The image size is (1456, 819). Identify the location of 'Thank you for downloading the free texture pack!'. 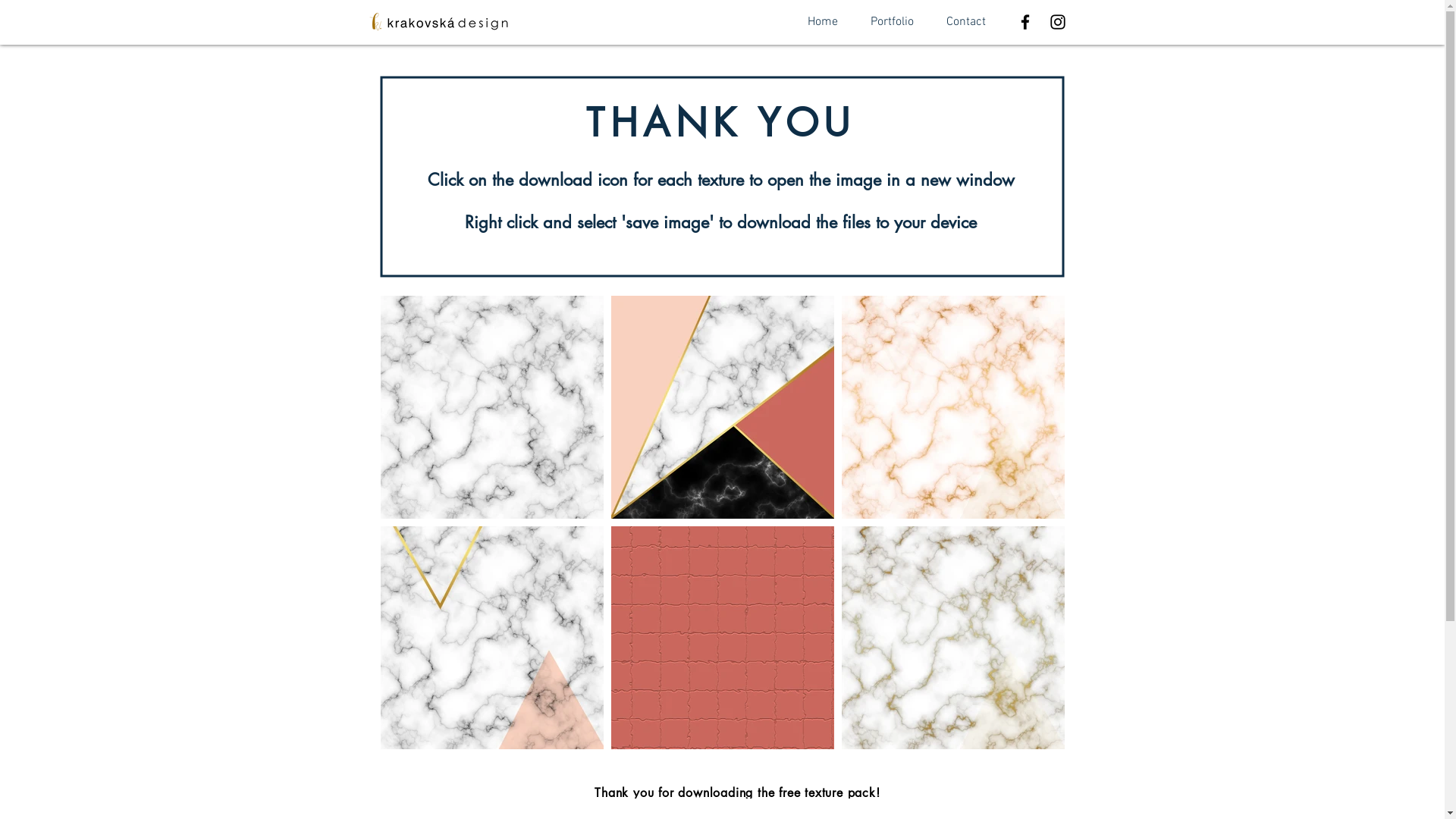
(736, 792).